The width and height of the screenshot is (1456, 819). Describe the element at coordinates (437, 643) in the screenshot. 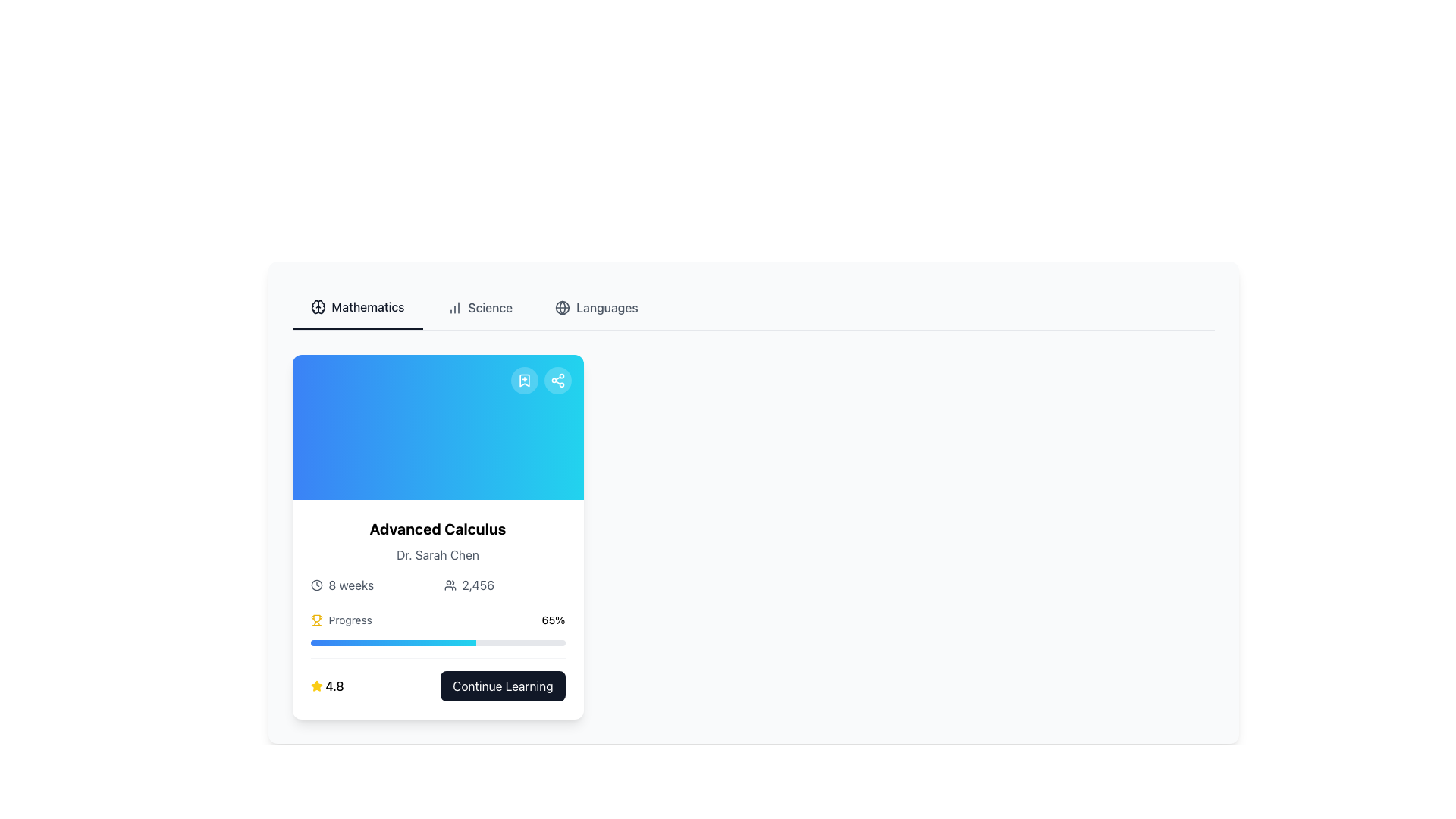

I see `the Progress Bar element located in the 'Progress' section of the card, which features a gray background and a blue-to-cyan gradient filling approximately 65% of the bar` at that location.